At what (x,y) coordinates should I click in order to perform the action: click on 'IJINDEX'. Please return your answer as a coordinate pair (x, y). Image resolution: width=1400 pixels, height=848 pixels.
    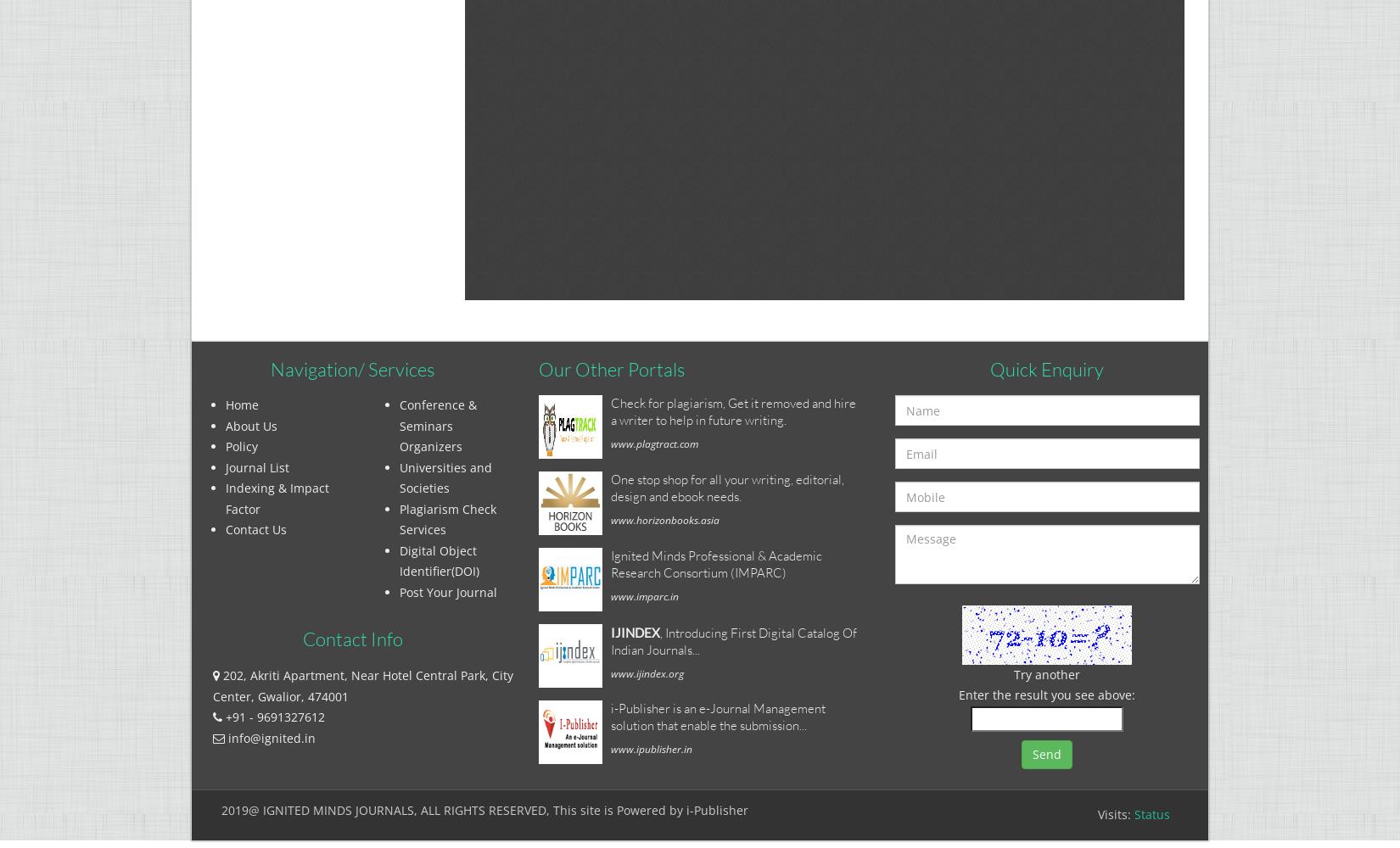
    Looking at the image, I should click on (634, 632).